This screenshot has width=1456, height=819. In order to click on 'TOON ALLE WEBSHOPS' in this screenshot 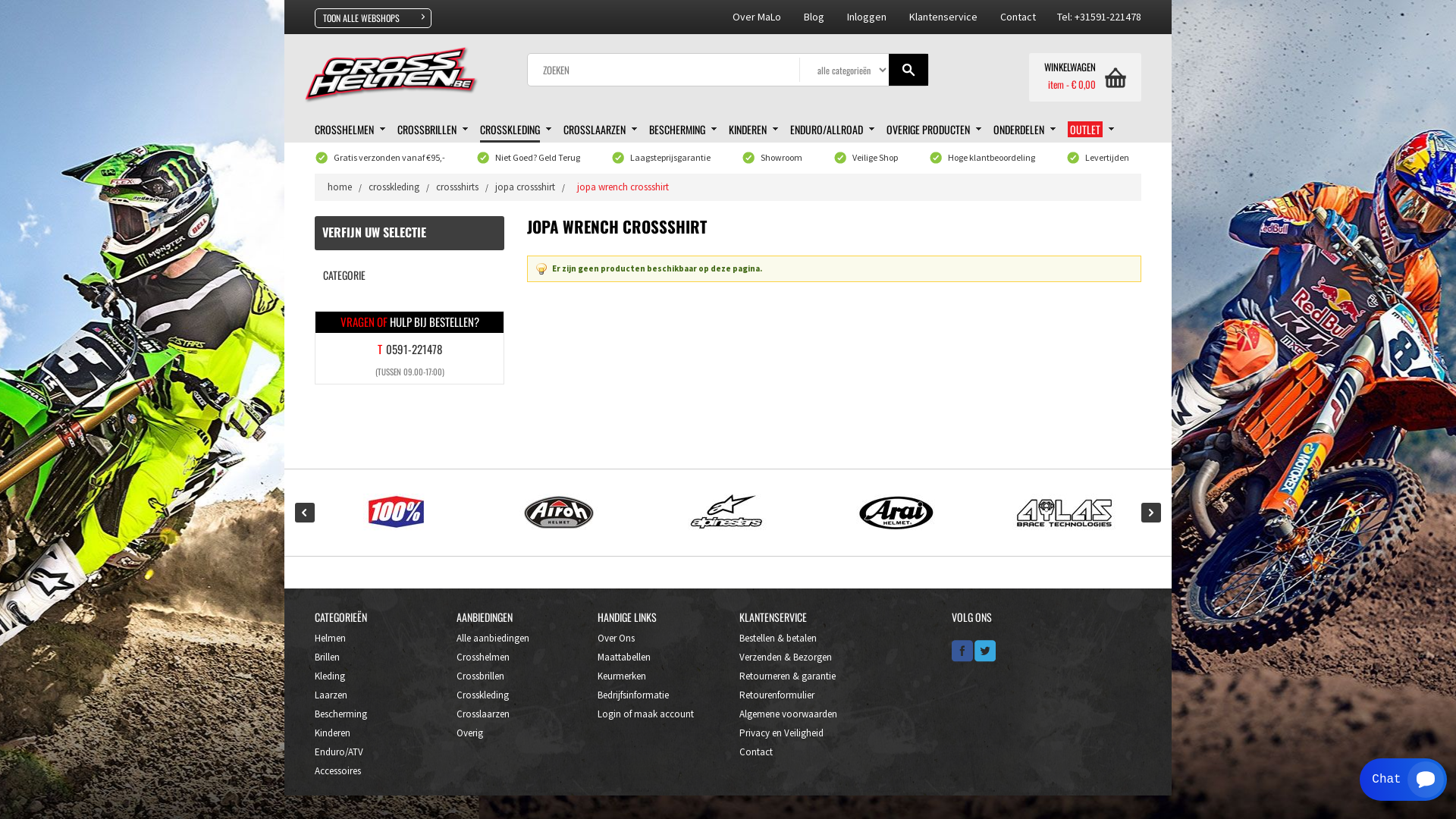, I will do `click(372, 17)`.